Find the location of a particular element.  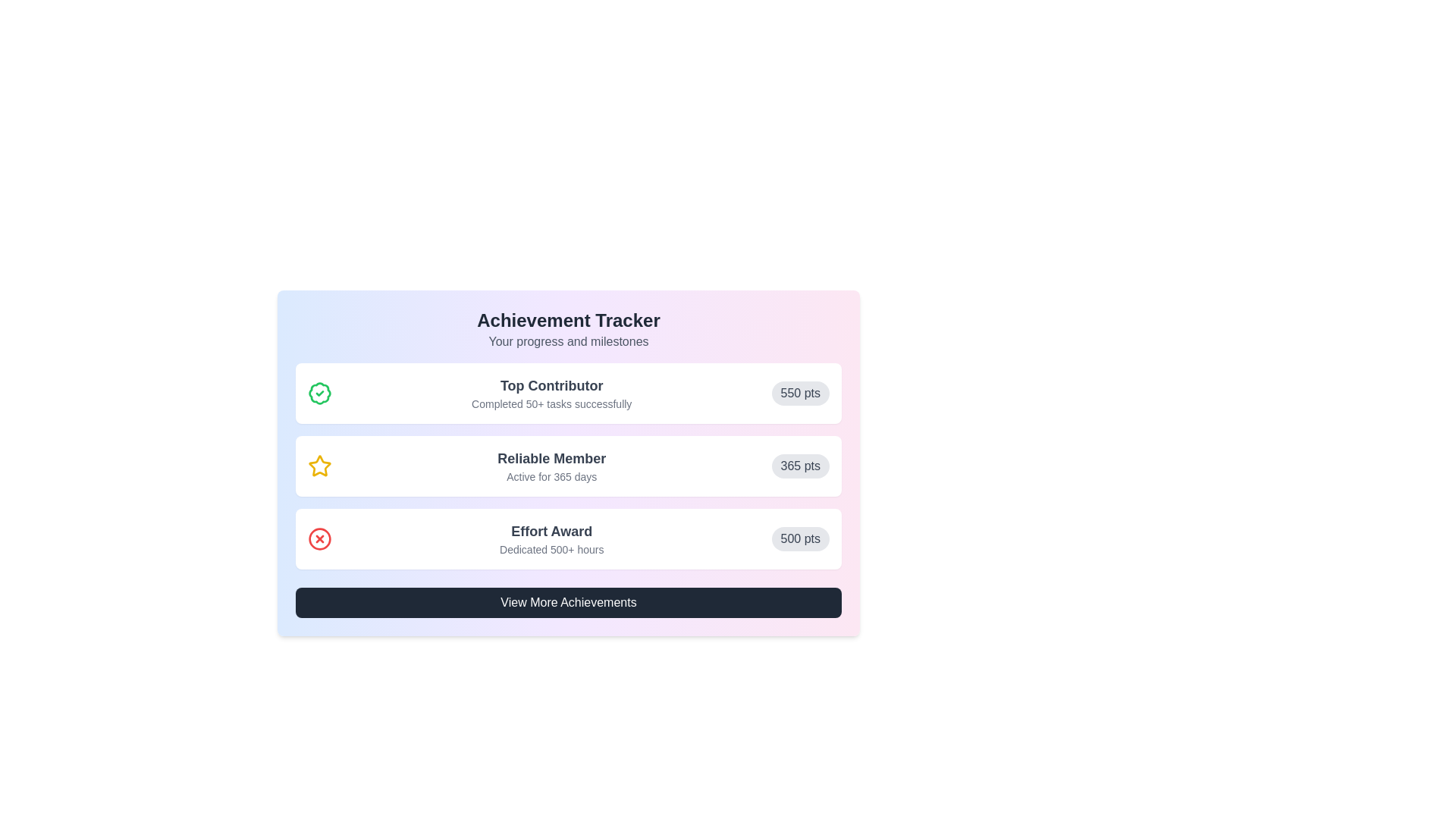

the Achievement card titled 'Reliable Member', which is the second card in a vertical list, featuring a yellow star icon, bold text 'Reliable Member', smaller gray text 'Active for 365 days', and a gray badge '365 pts' is located at coordinates (567, 465).